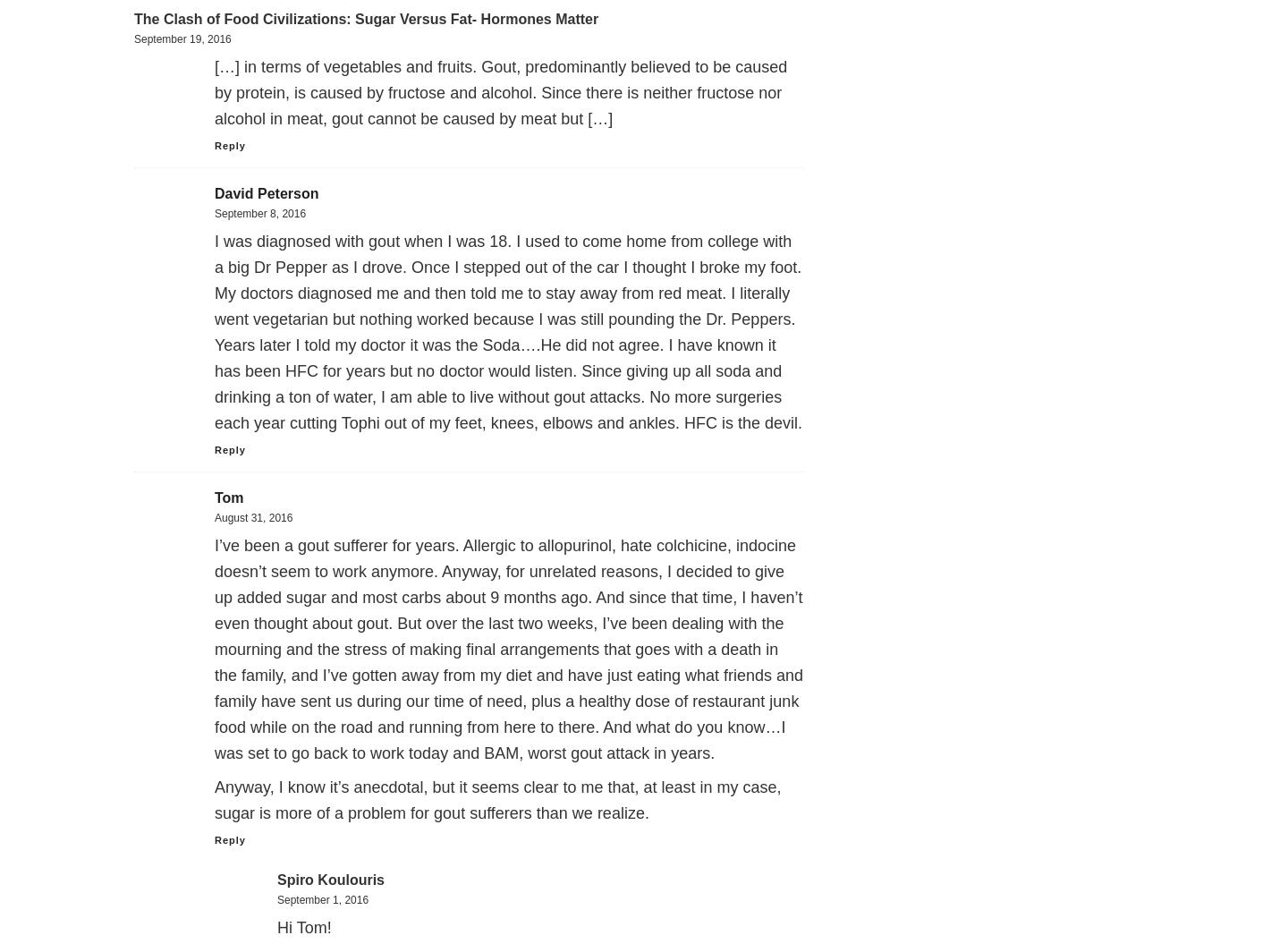  What do you see at coordinates (228, 497) in the screenshot?
I see `'Tom'` at bounding box center [228, 497].